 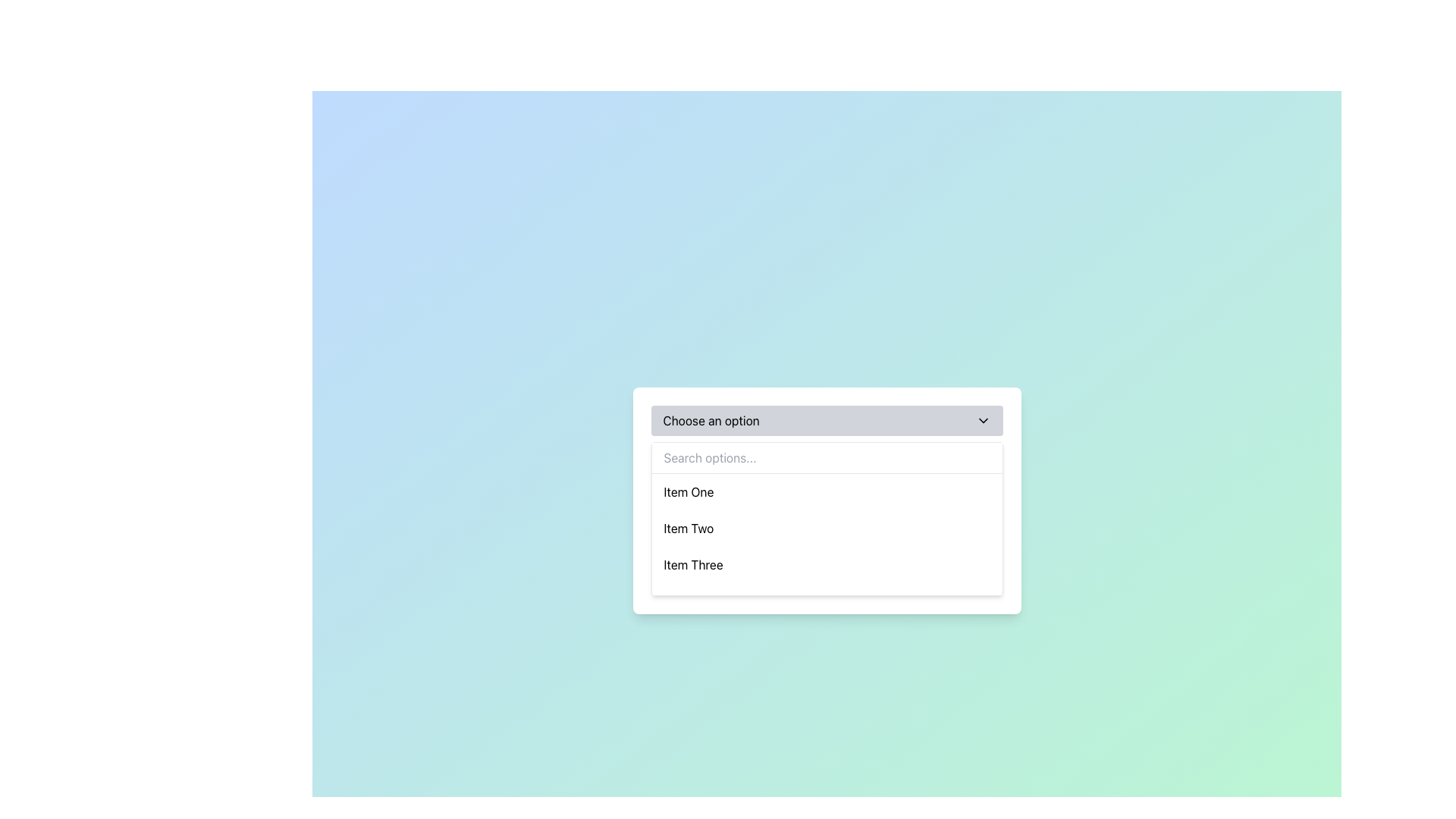 What do you see at coordinates (692, 564) in the screenshot?
I see `the text label displaying 'Item Three' in the dropdown menu list` at bounding box center [692, 564].